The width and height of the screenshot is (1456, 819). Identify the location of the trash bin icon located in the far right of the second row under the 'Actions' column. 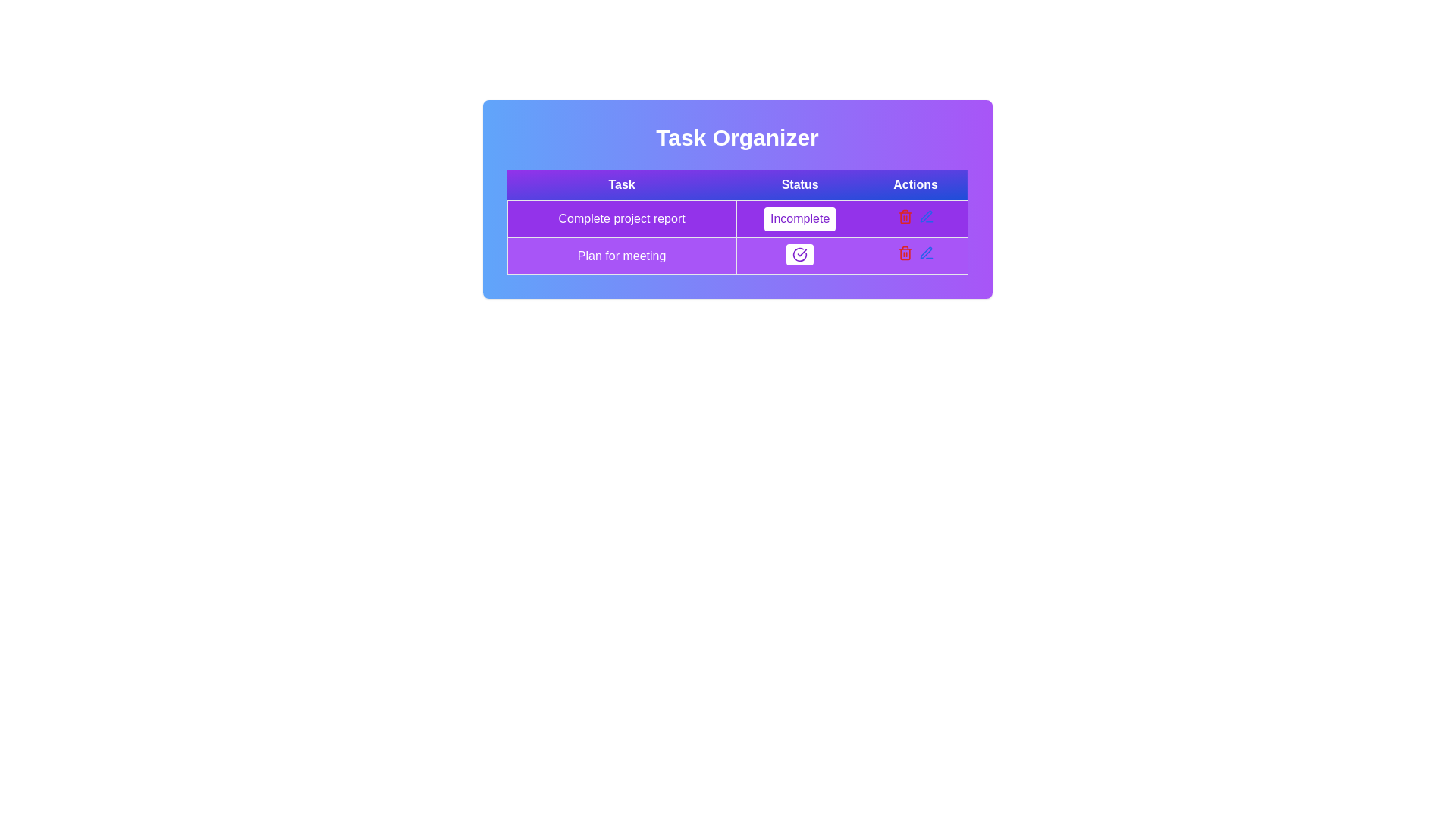
(905, 253).